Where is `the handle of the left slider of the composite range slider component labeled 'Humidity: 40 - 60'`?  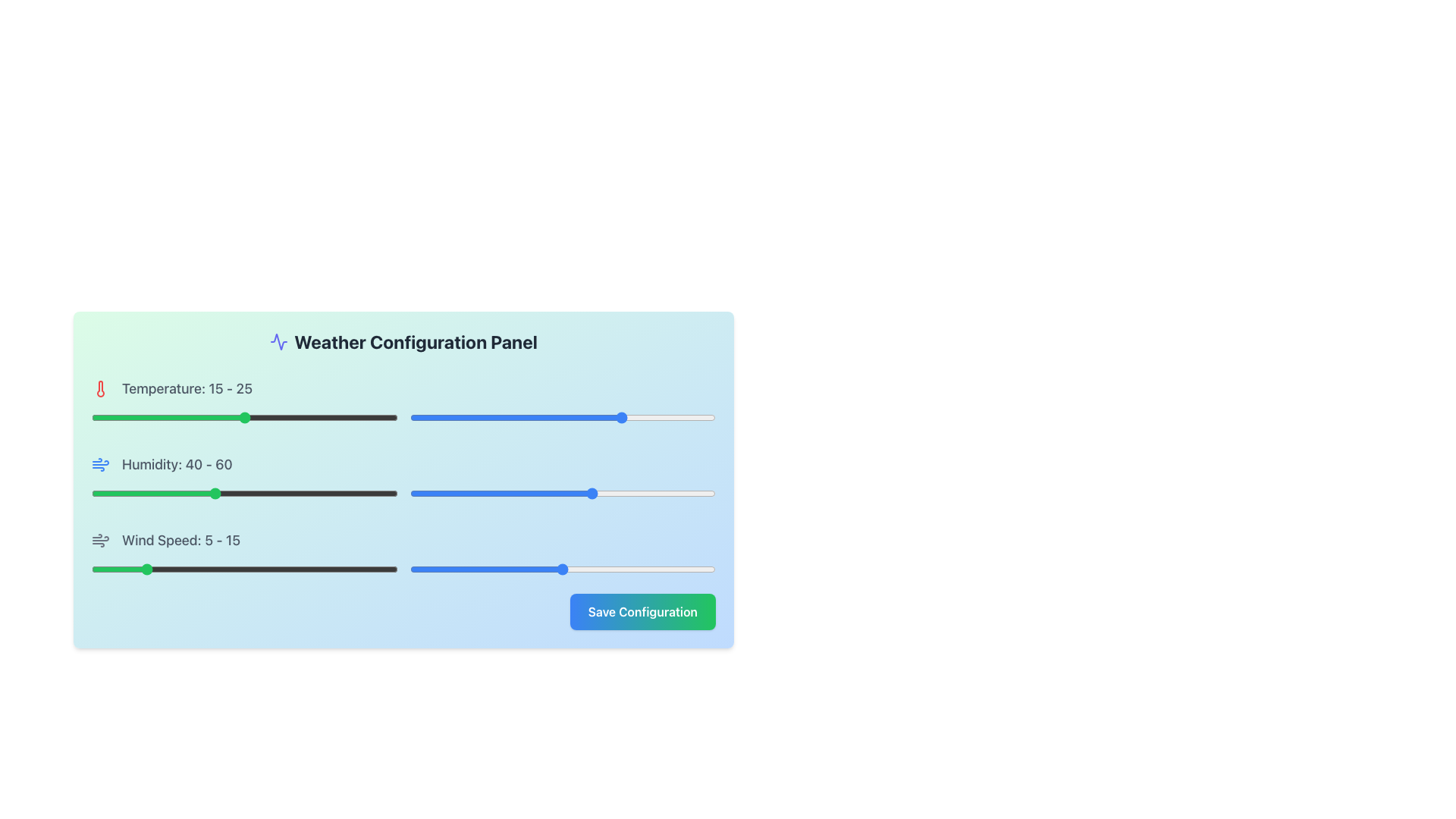 the handle of the left slider of the composite range slider component labeled 'Humidity: 40 - 60' is located at coordinates (403, 494).